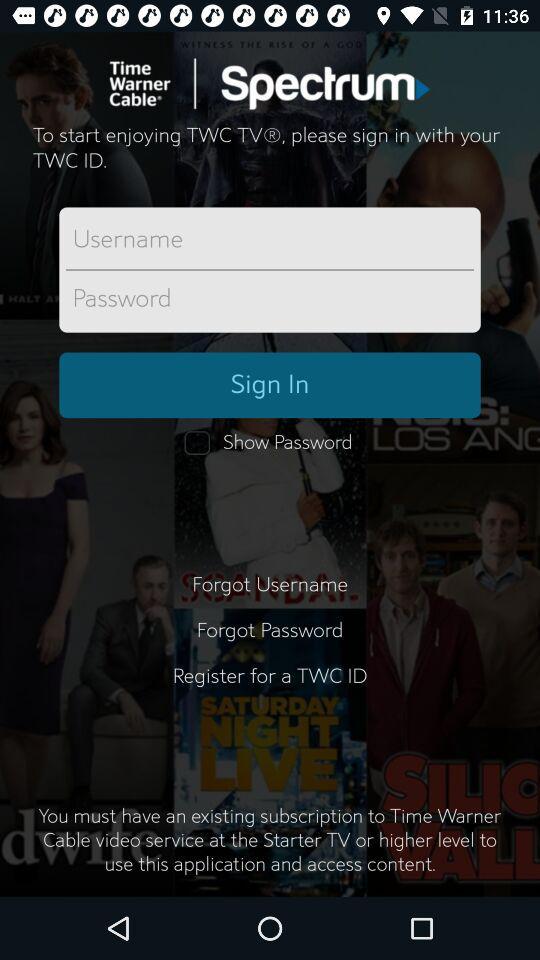 This screenshot has width=540, height=960. What do you see at coordinates (269, 443) in the screenshot?
I see `show password` at bounding box center [269, 443].